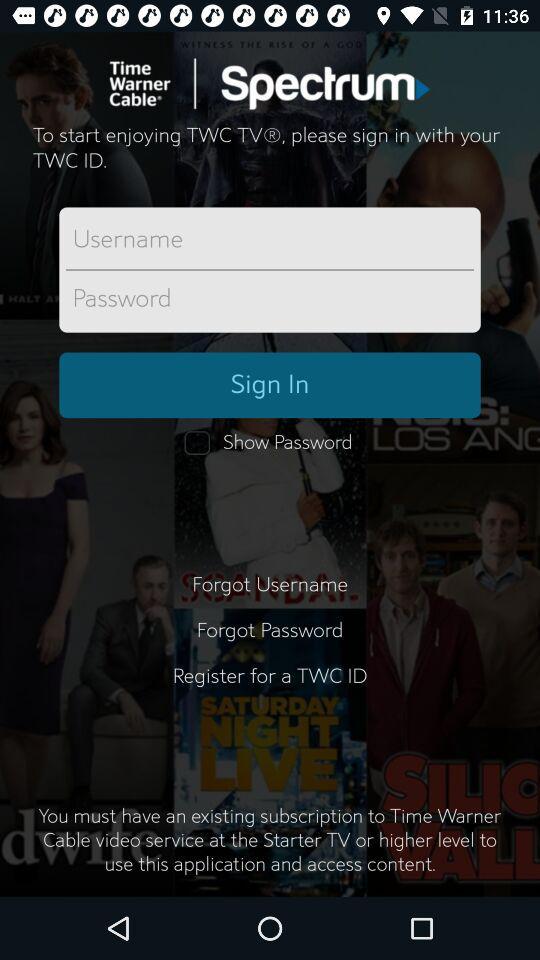 This screenshot has width=540, height=960. What do you see at coordinates (269, 443) in the screenshot?
I see `show password` at bounding box center [269, 443].